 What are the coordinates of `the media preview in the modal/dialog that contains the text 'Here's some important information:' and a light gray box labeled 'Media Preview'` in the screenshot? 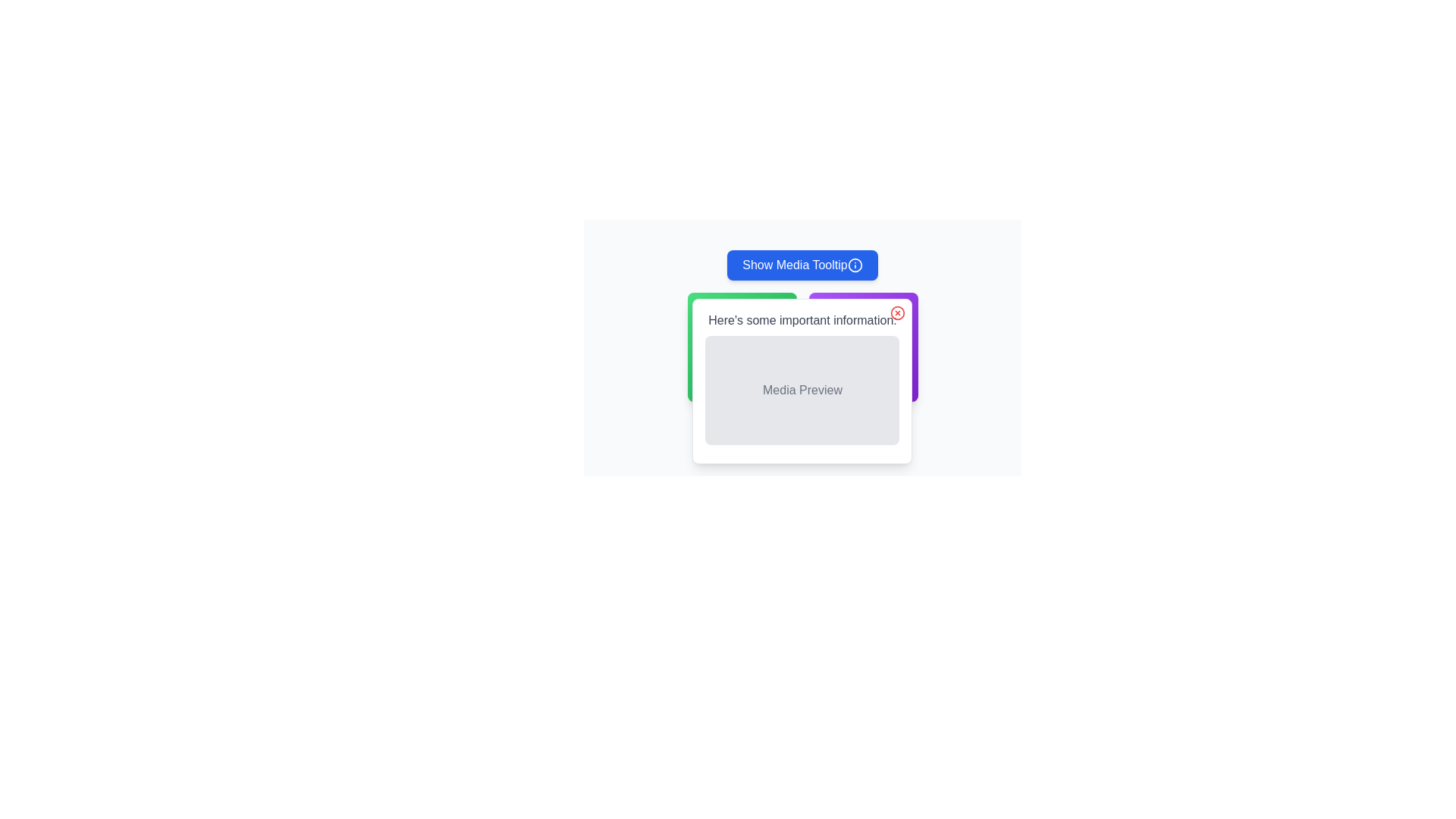 It's located at (802, 380).